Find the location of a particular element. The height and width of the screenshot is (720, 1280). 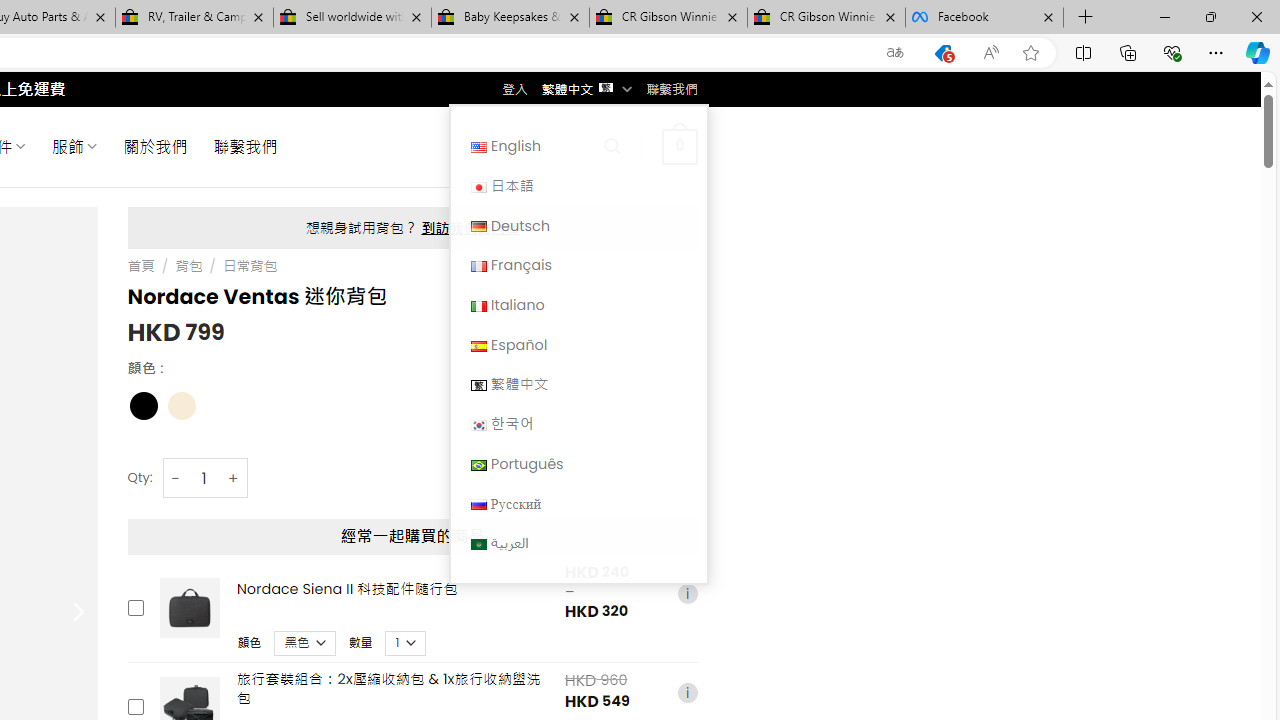

' Italiano' is located at coordinates (577, 304).